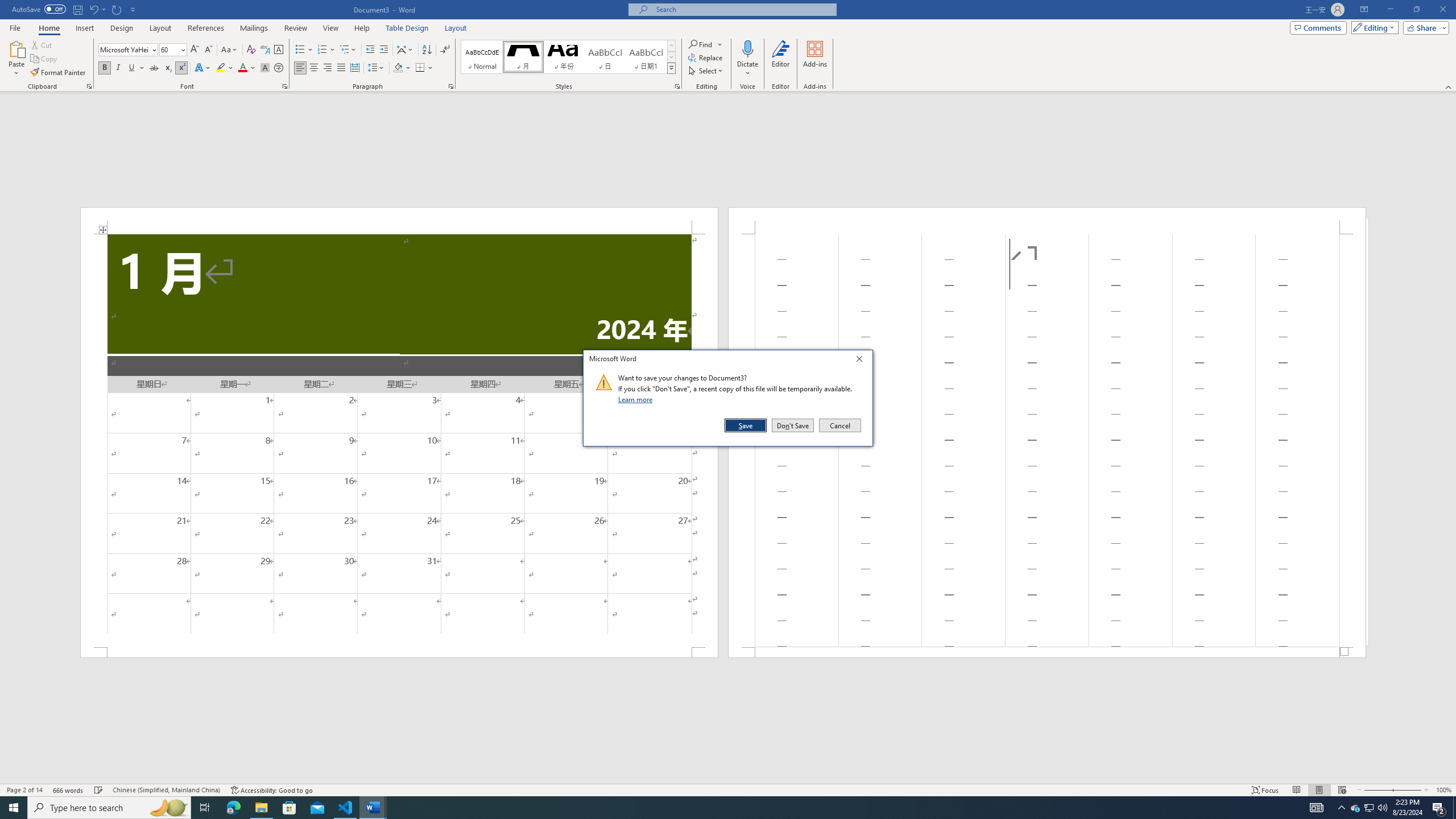 This screenshot has height=819, width=1456. What do you see at coordinates (327, 67) in the screenshot?
I see `'Align Right'` at bounding box center [327, 67].